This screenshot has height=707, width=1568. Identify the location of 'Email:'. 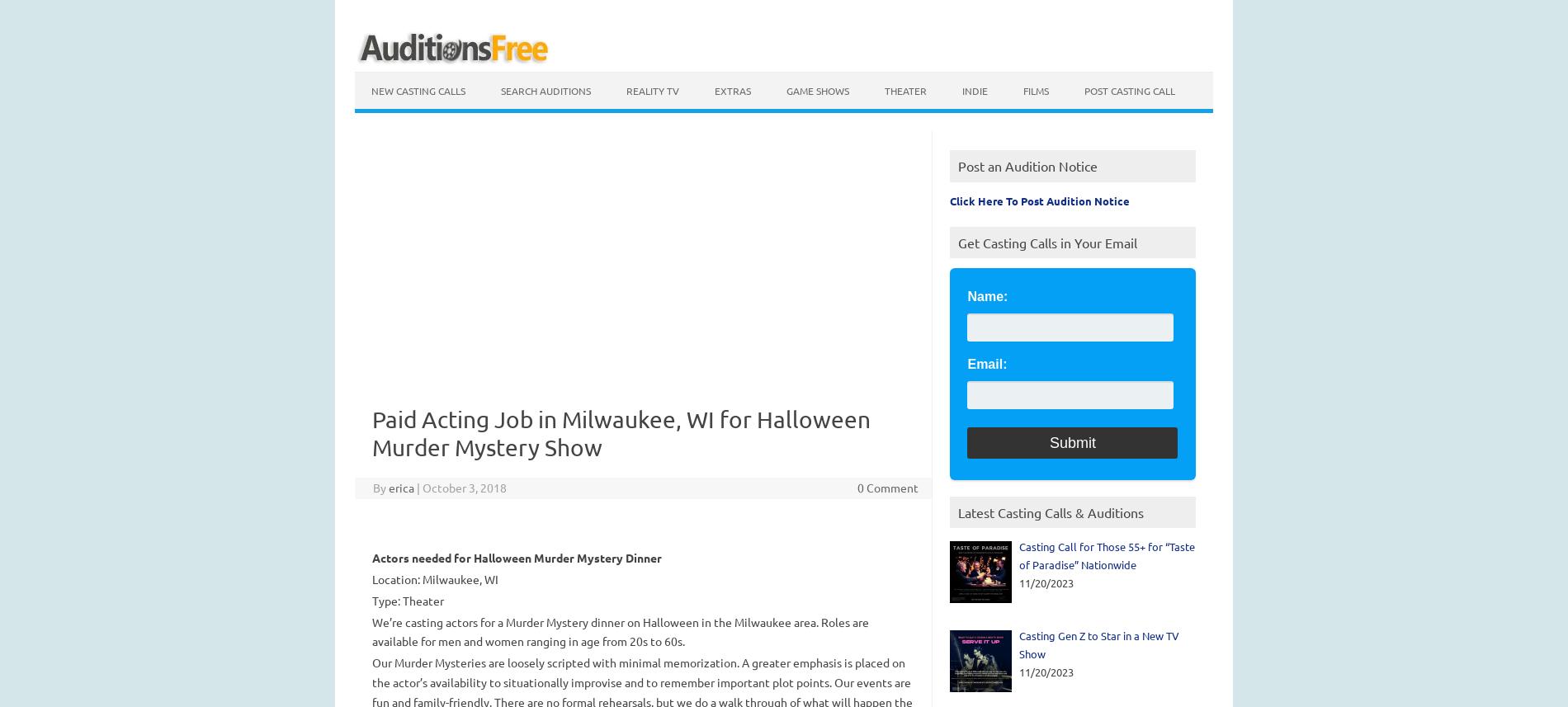
(986, 362).